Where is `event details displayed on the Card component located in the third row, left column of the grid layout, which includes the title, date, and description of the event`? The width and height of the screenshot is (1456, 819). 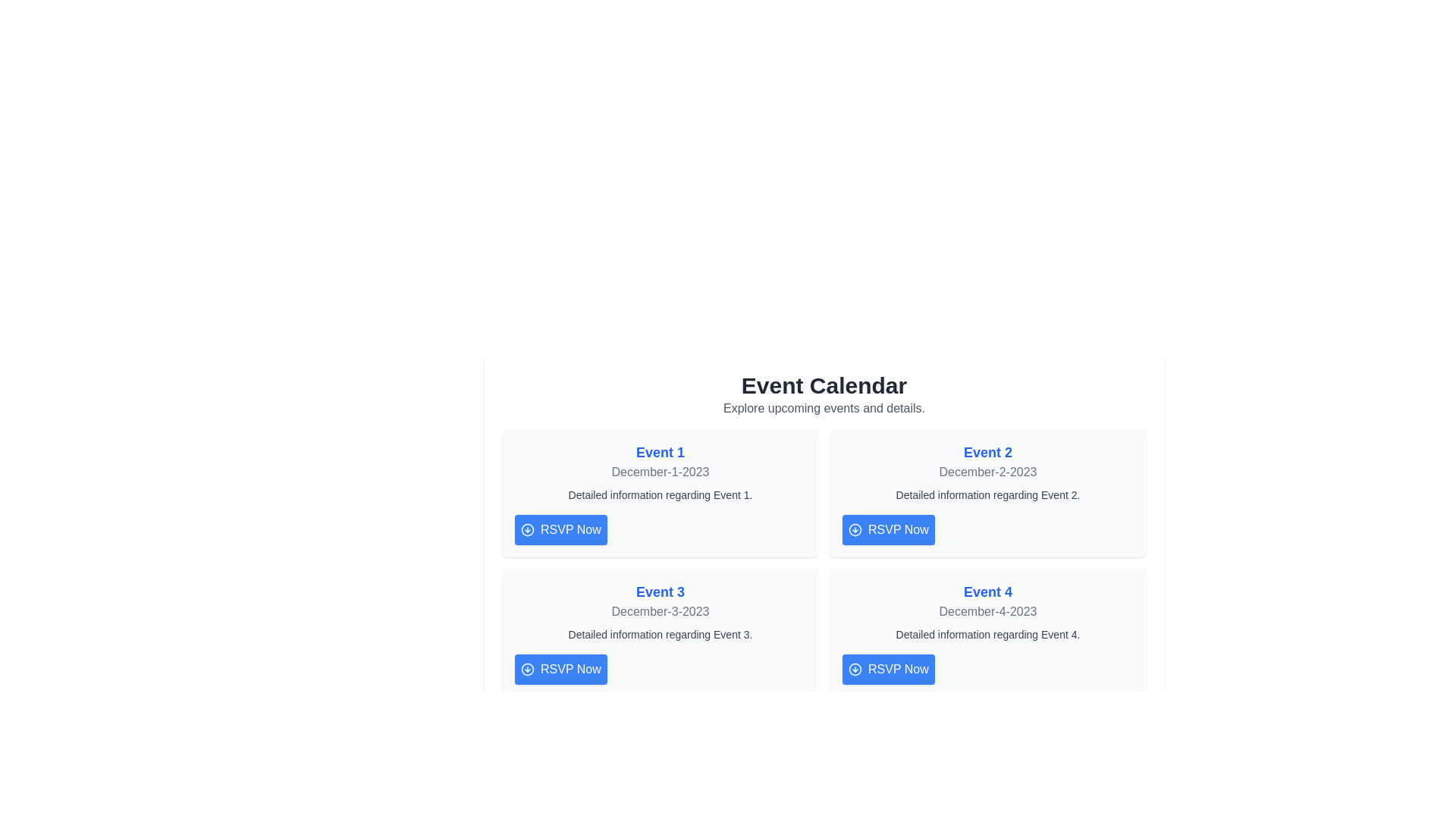
event details displayed on the Card component located in the third row, left column of the grid layout, which includes the title, date, and description of the event is located at coordinates (660, 632).